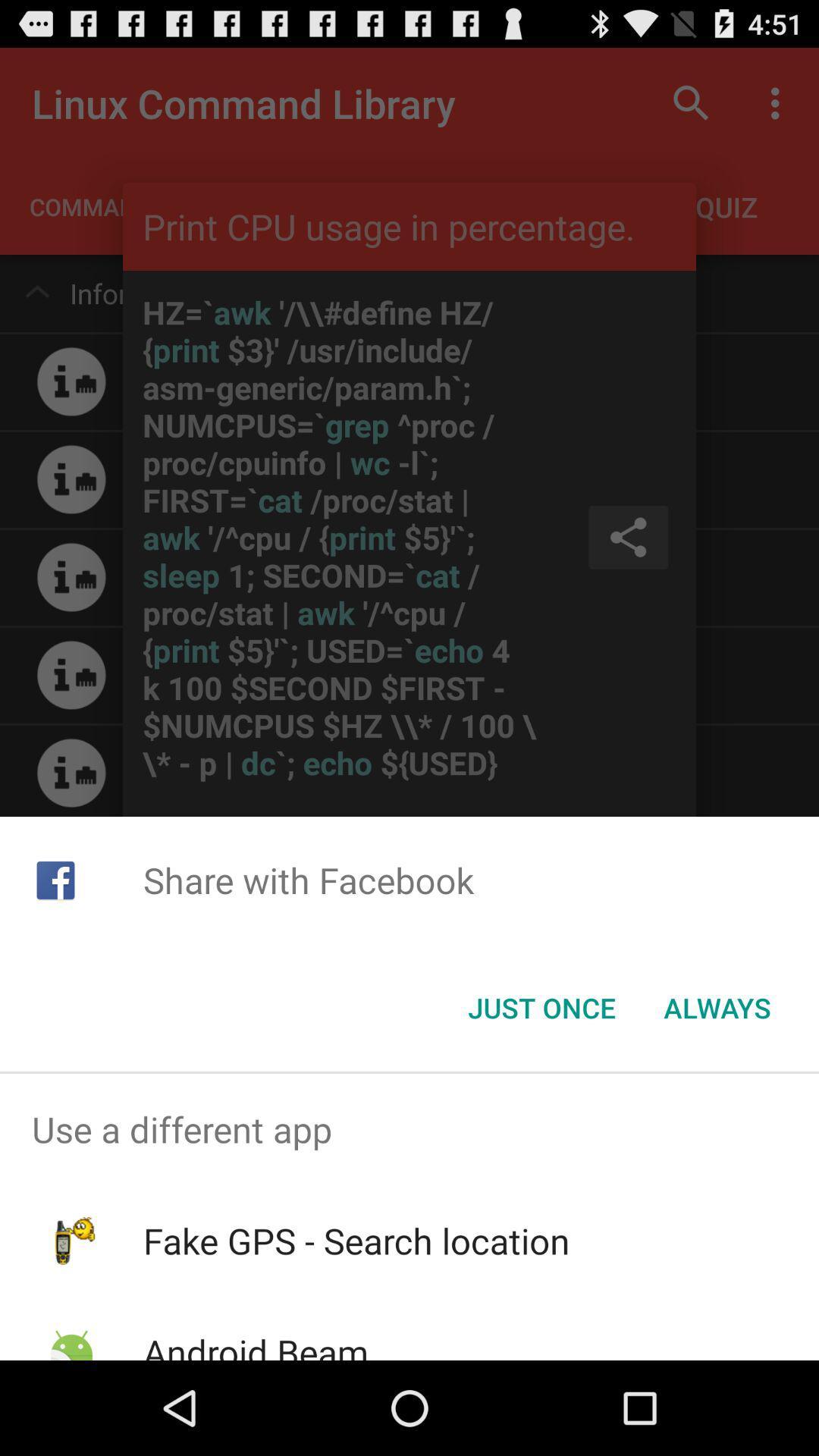 This screenshot has height=1456, width=819. Describe the element at coordinates (717, 1008) in the screenshot. I see `button next to just once icon` at that location.